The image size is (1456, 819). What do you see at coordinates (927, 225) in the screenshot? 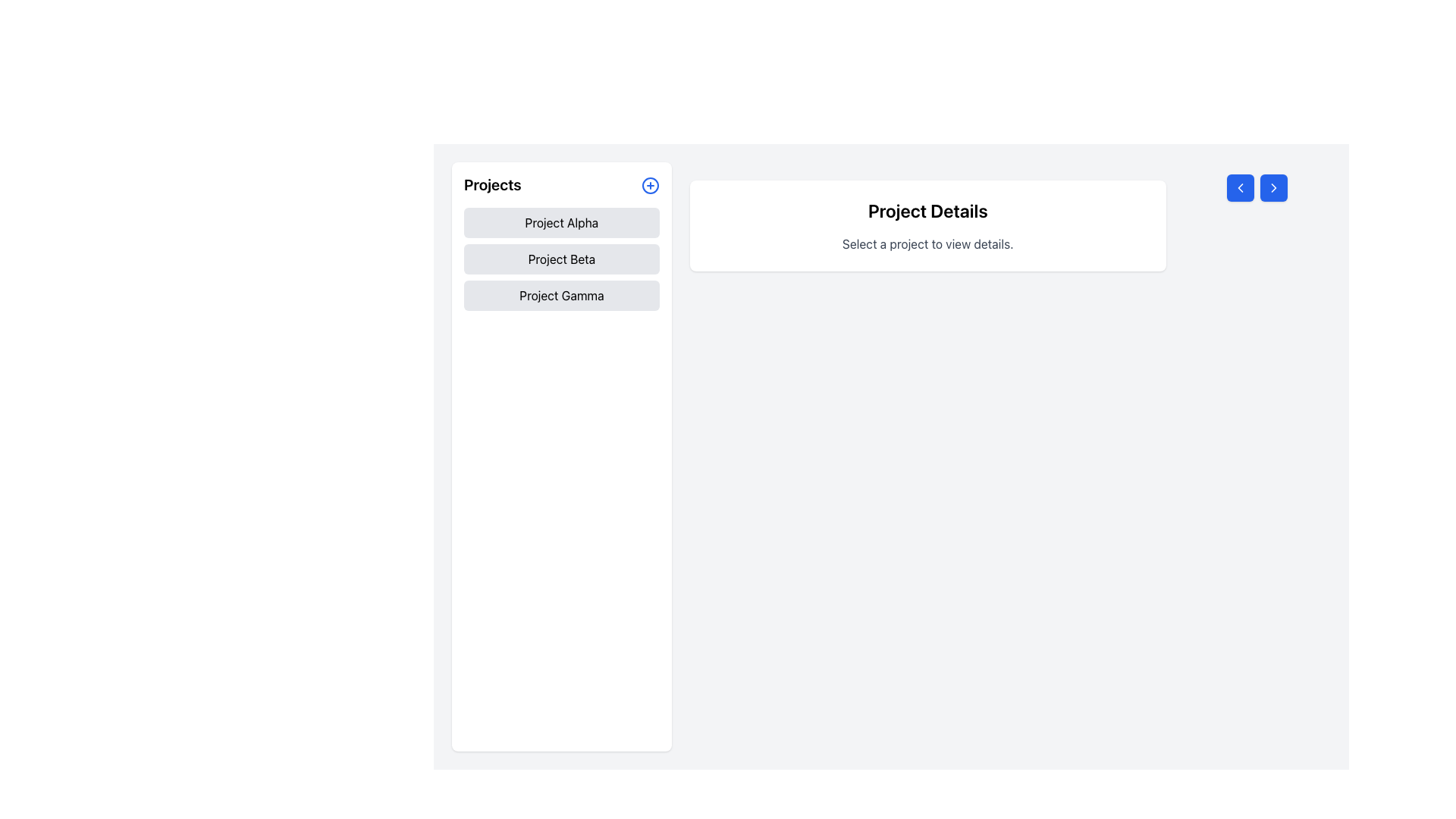
I see `static text display component labeled 'Project Details', which provides a header and brief instructions for selecting a project` at bounding box center [927, 225].